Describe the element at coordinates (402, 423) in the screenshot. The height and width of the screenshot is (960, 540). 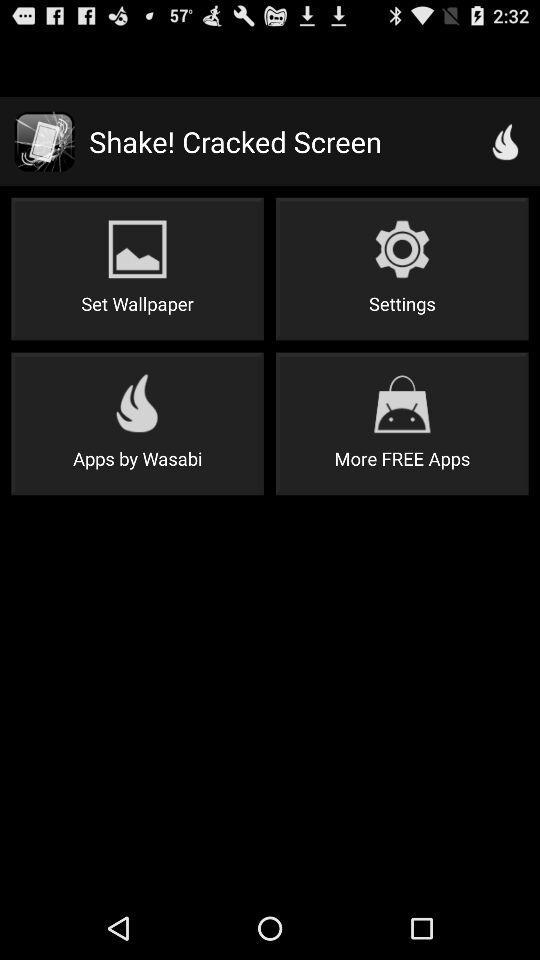
I see `the more free apps icon` at that location.